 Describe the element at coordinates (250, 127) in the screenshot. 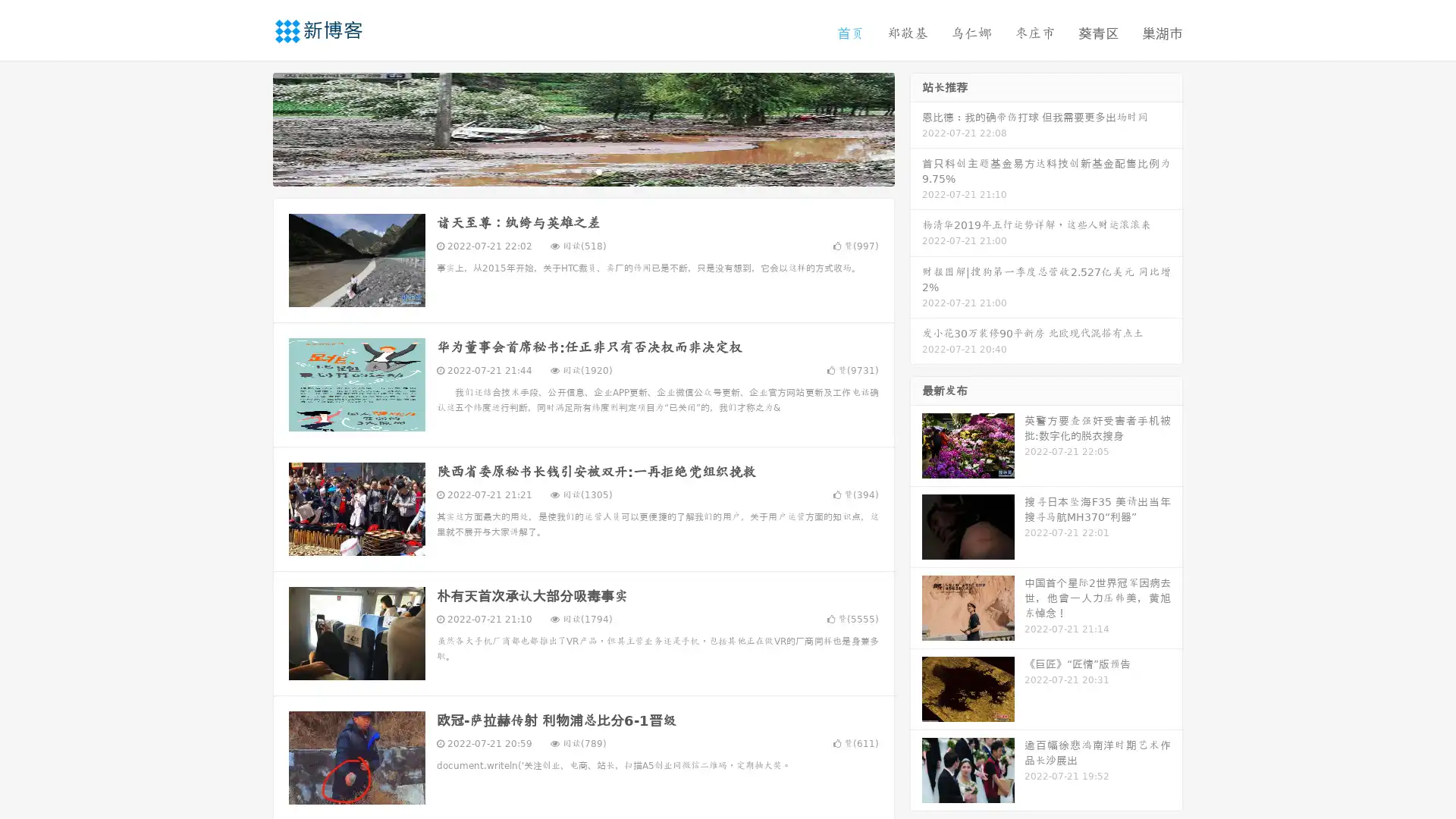

I see `Previous slide` at that location.